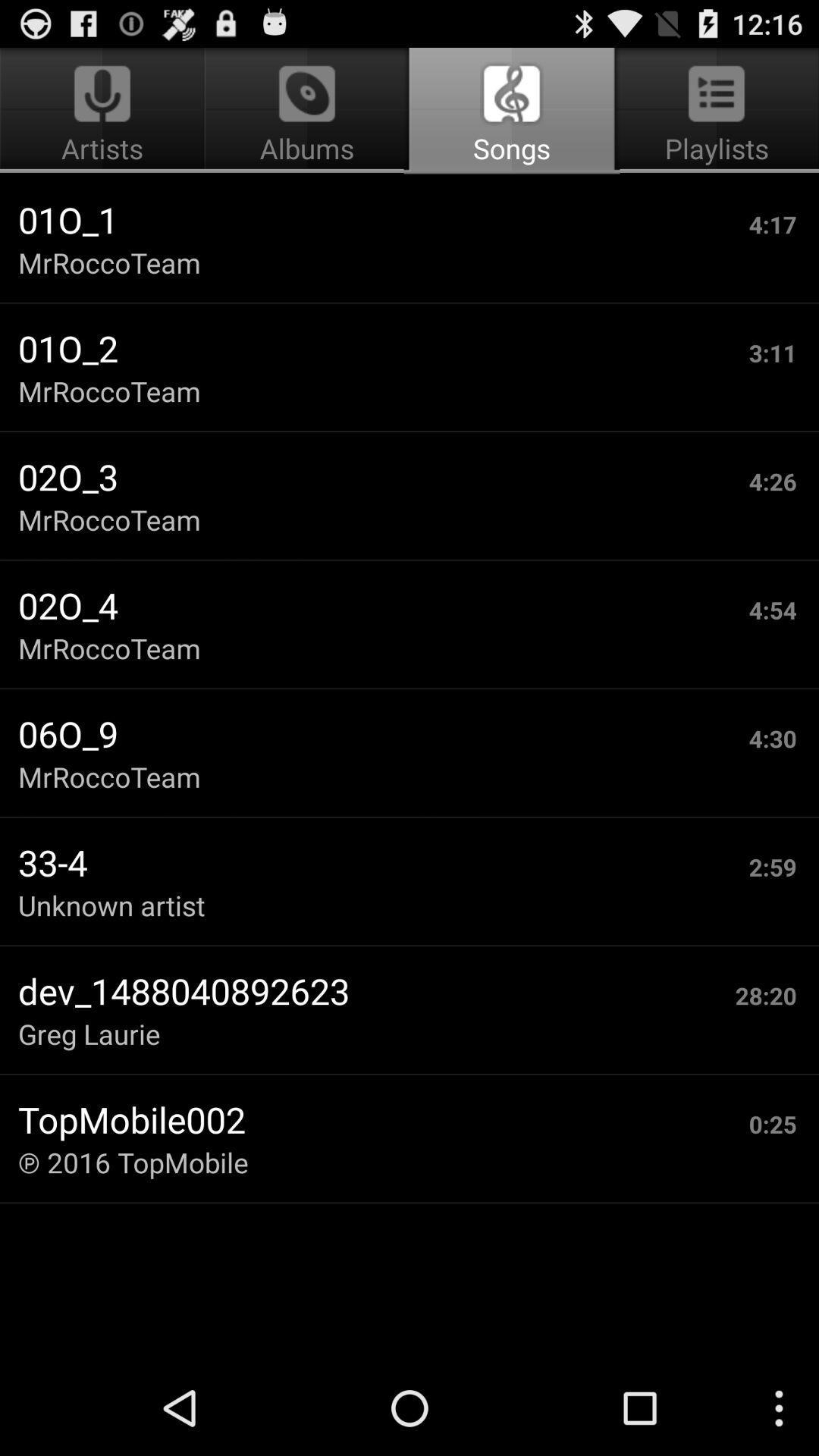 The width and height of the screenshot is (819, 1456). I want to click on icon to the left of playlists icon, so click(307, 111).